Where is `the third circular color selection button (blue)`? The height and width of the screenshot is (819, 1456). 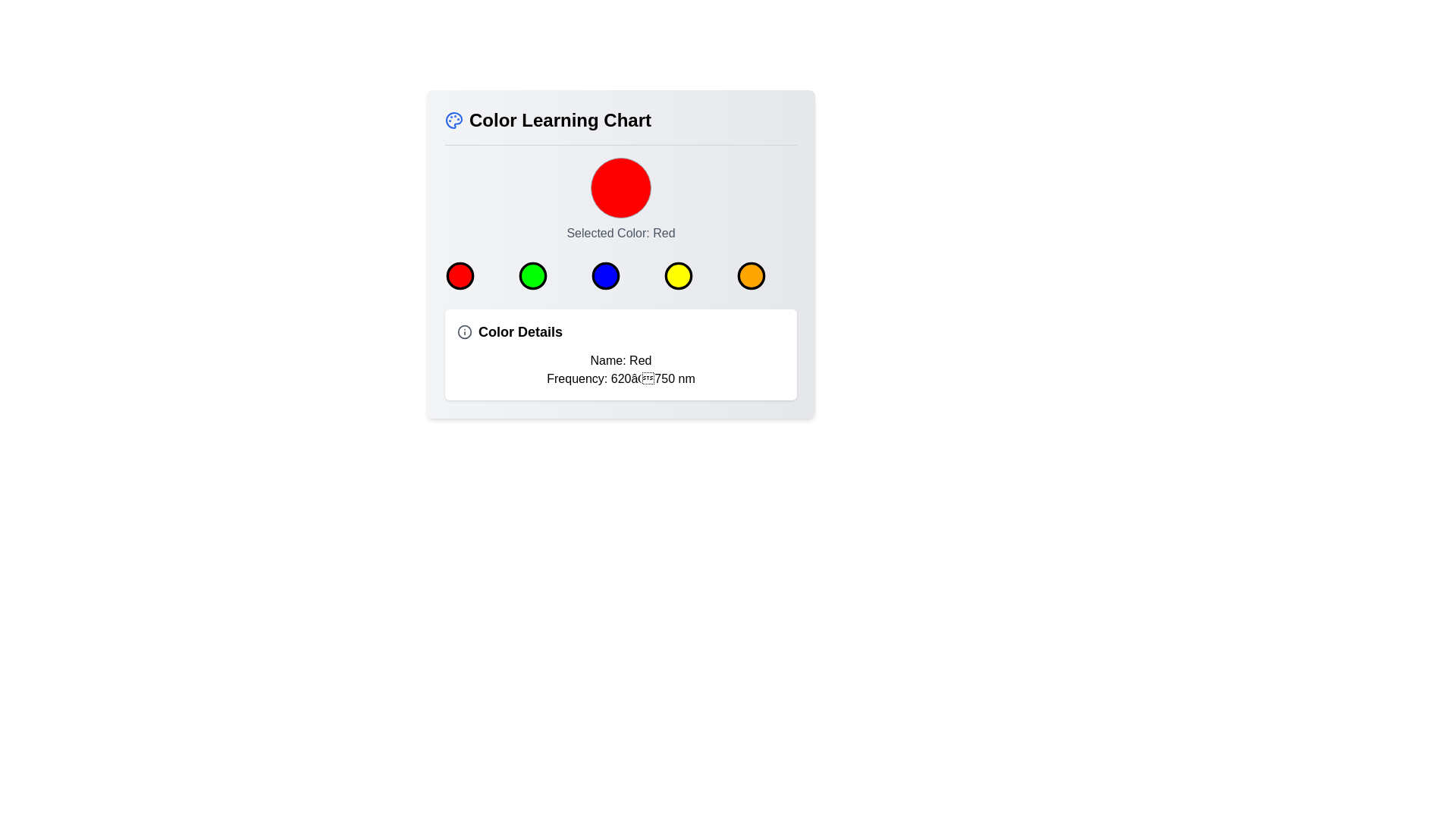 the third circular color selection button (blue) is located at coordinates (604, 275).